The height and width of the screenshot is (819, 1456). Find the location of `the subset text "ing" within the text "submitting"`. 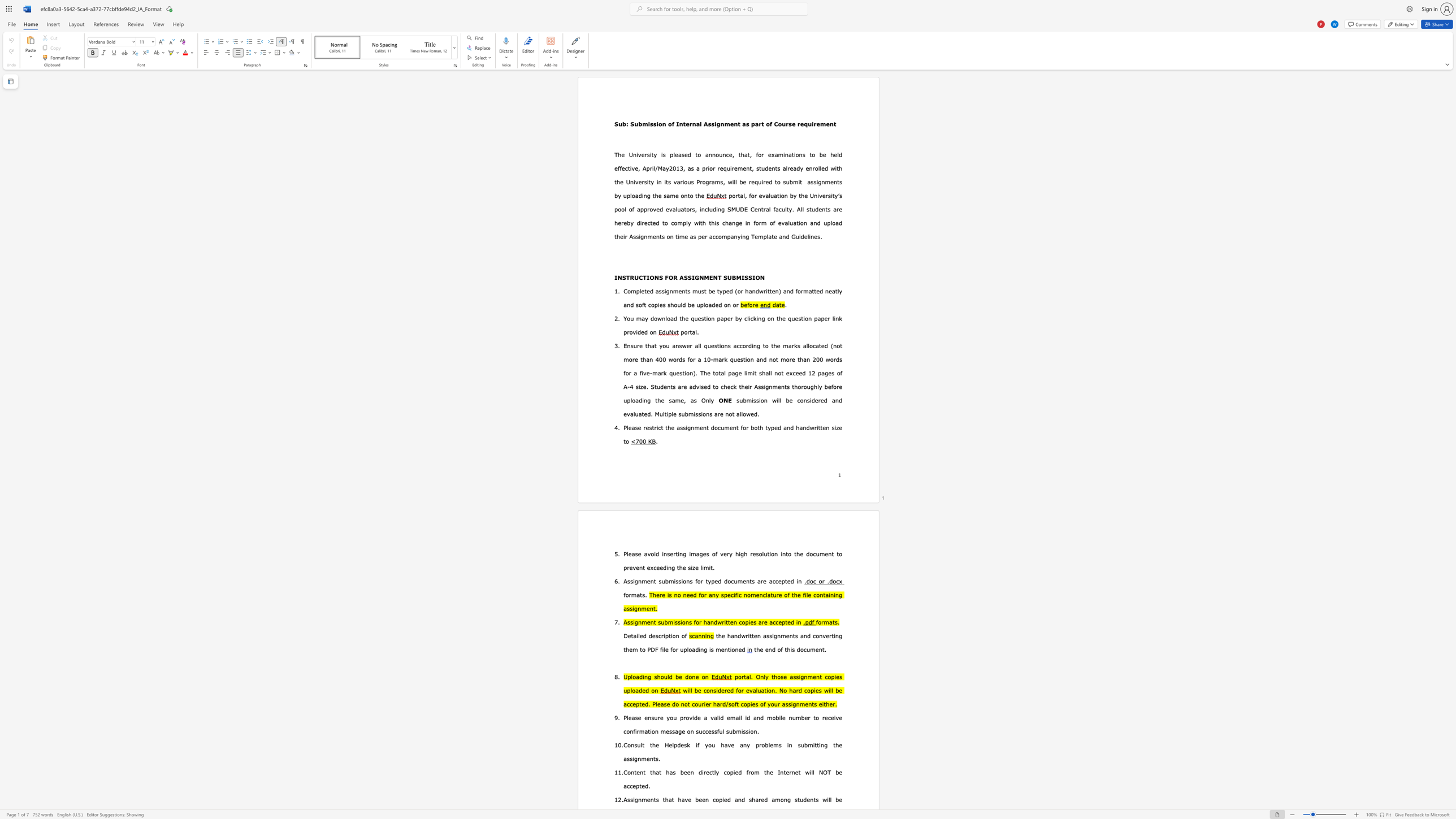

the subset text "ing" within the text "submitting" is located at coordinates (818, 744).